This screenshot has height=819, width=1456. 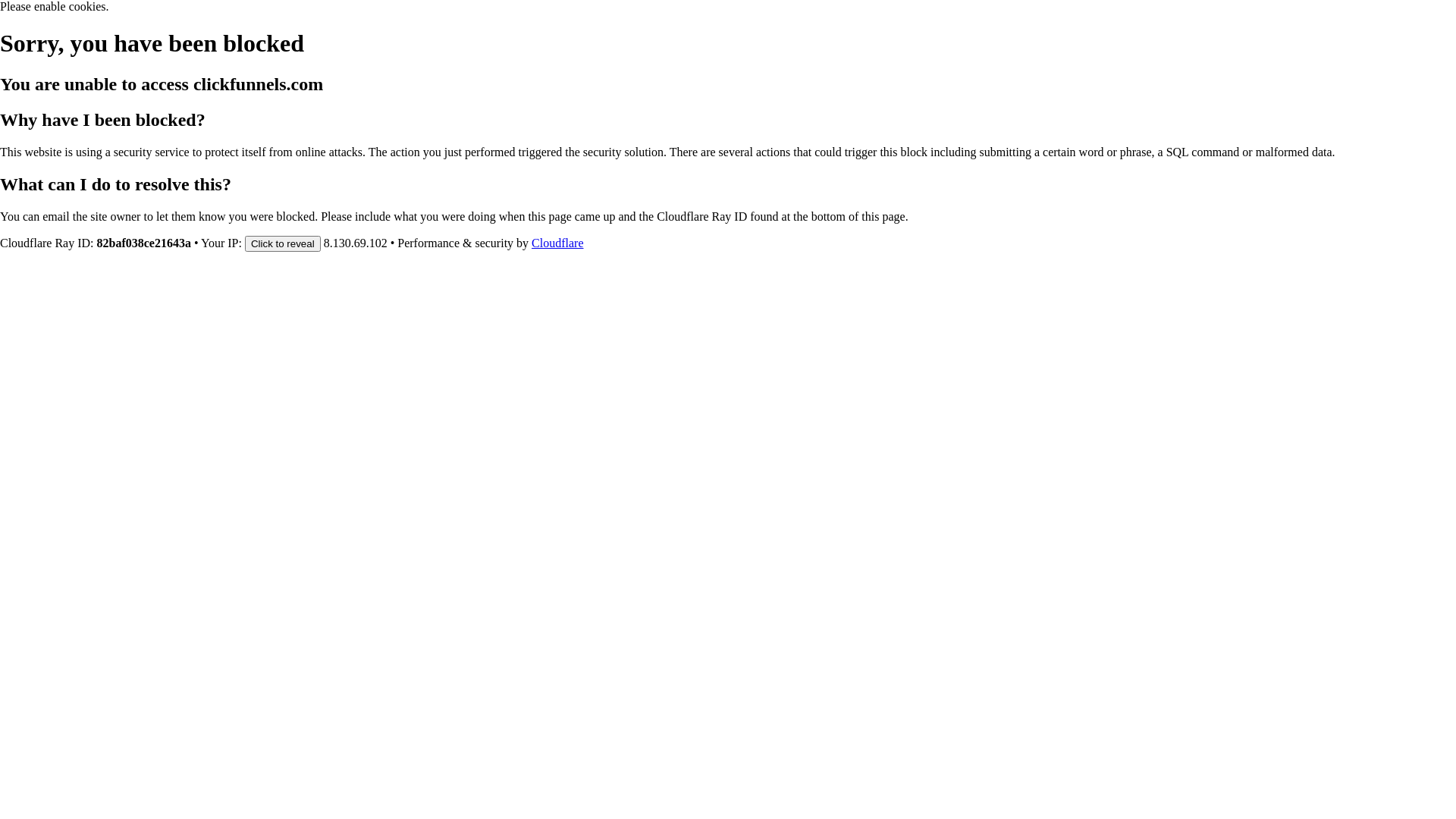 What do you see at coordinates (283, 242) in the screenshot?
I see `'Click to reveal'` at bounding box center [283, 242].